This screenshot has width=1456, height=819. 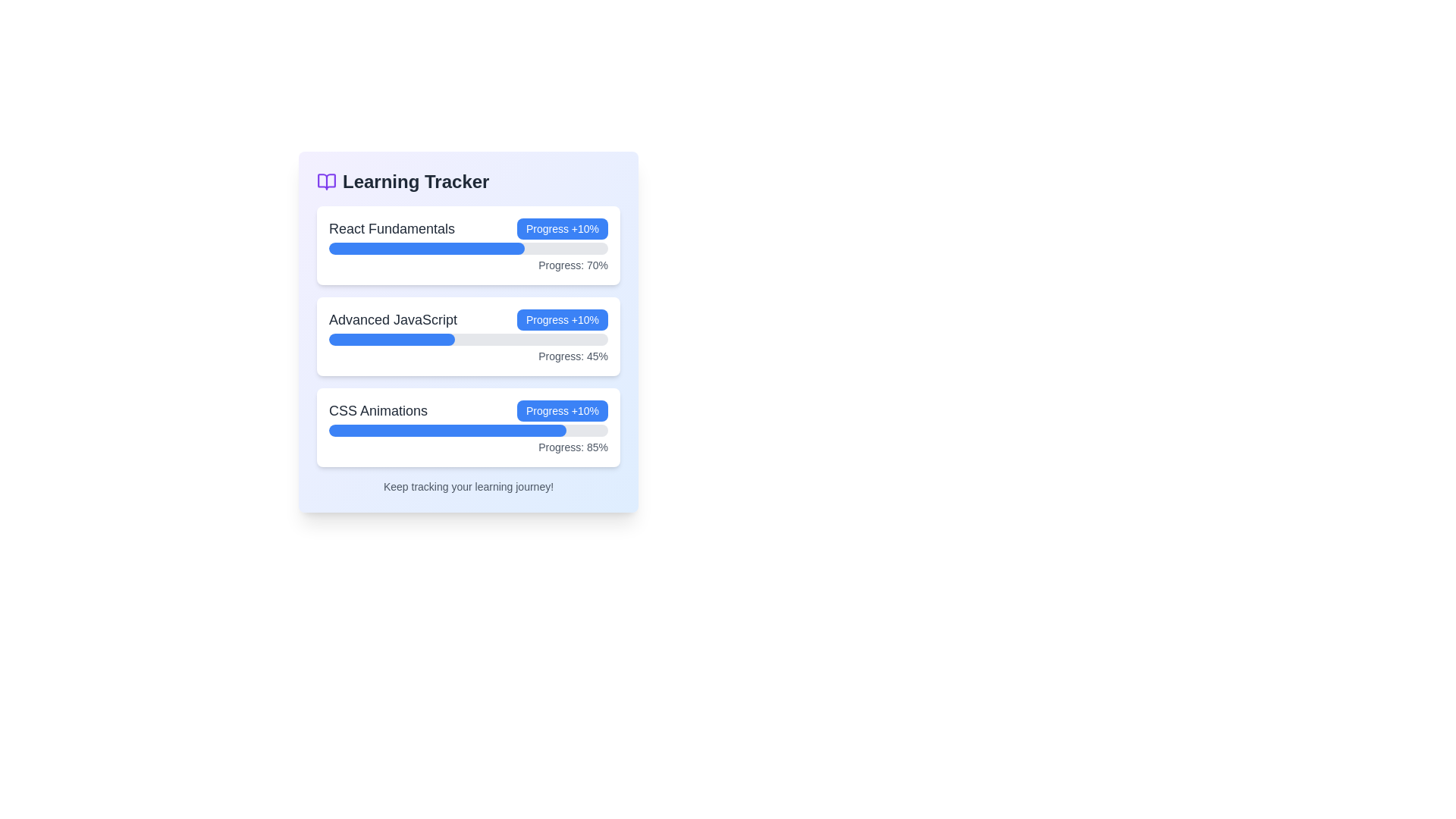 What do you see at coordinates (391, 338) in the screenshot?
I see `the progress indicator for the 'Advanced JavaScript' course, which visually represents a completion of 45% within the 'Learning Tracker' interface` at bounding box center [391, 338].